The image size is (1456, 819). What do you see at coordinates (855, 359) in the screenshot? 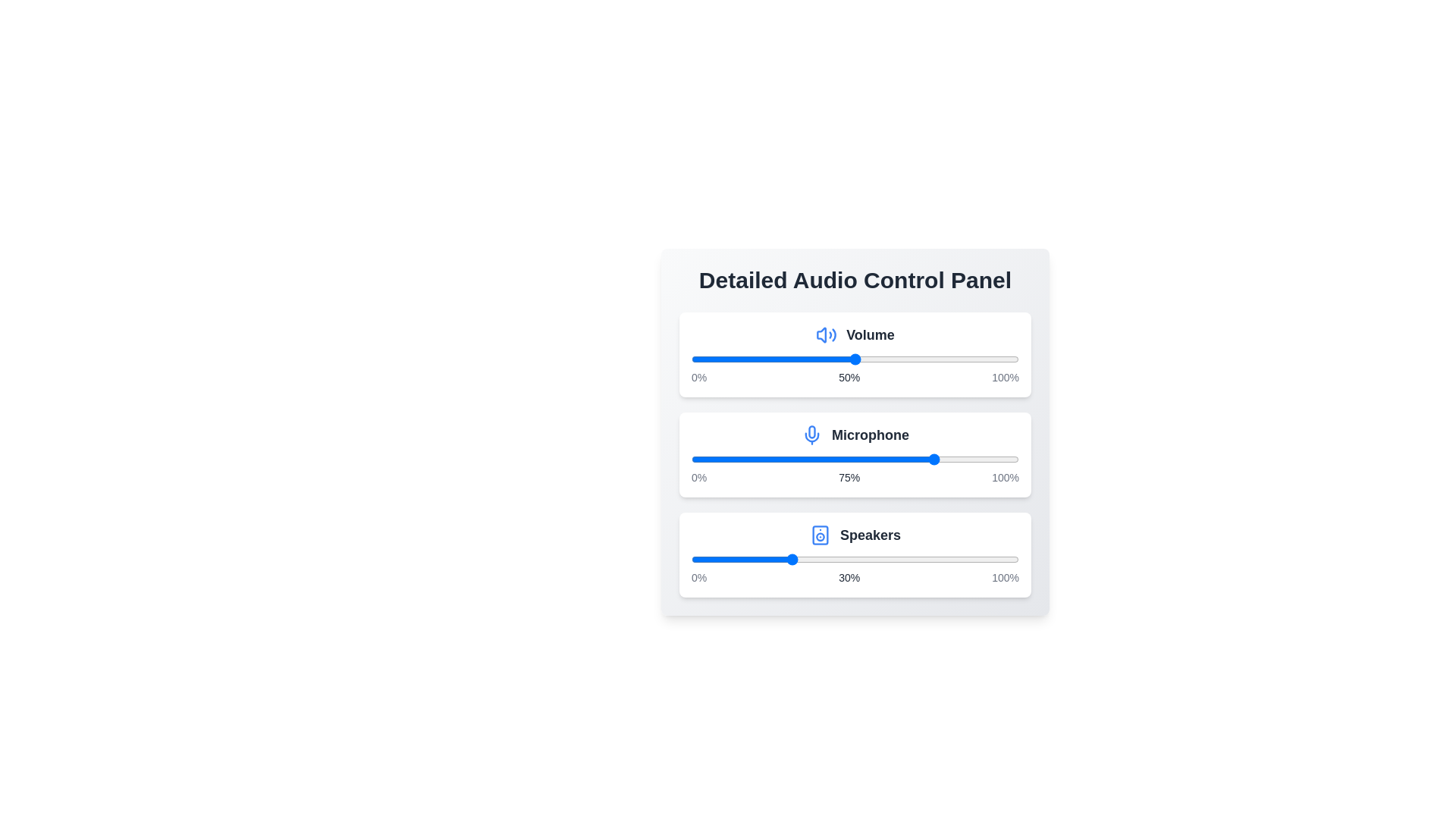
I see `the volume slider to 50%` at bounding box center [855, 359].